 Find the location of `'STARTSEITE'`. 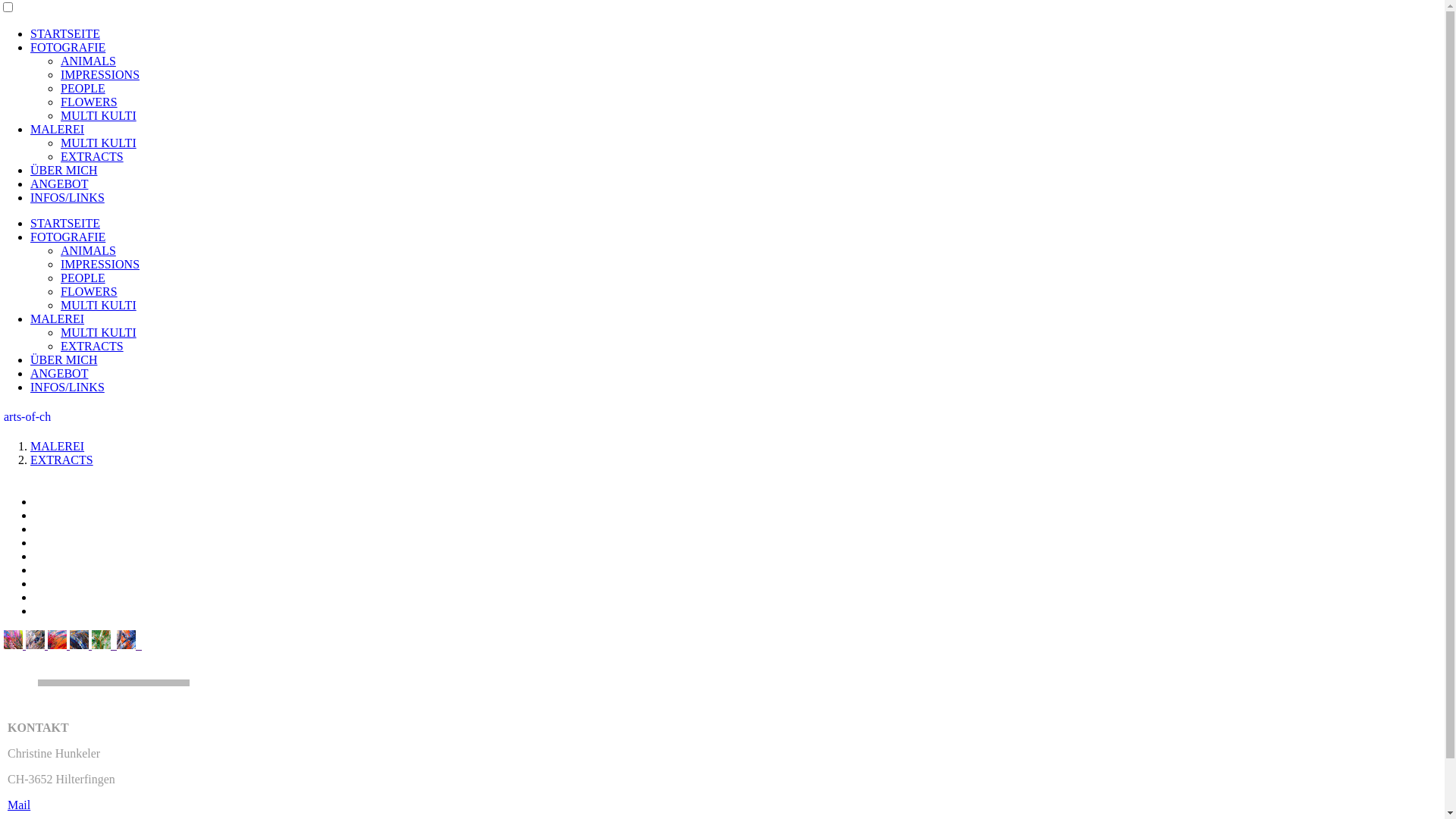

'STARTSEITE' is located at coordinates (64, 223).